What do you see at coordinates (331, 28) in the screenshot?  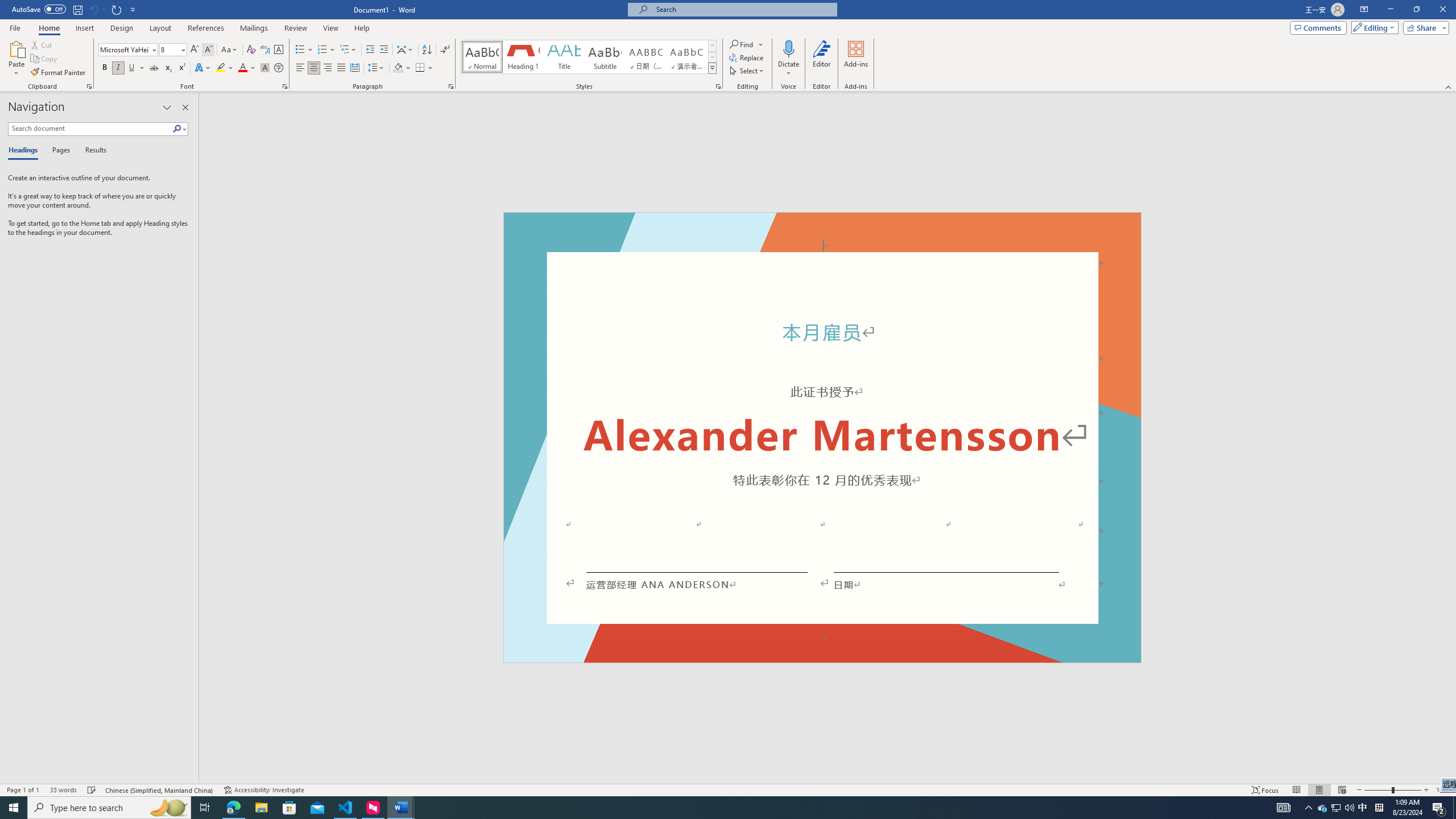 I see `'View'` at bounding box center [331, 28].